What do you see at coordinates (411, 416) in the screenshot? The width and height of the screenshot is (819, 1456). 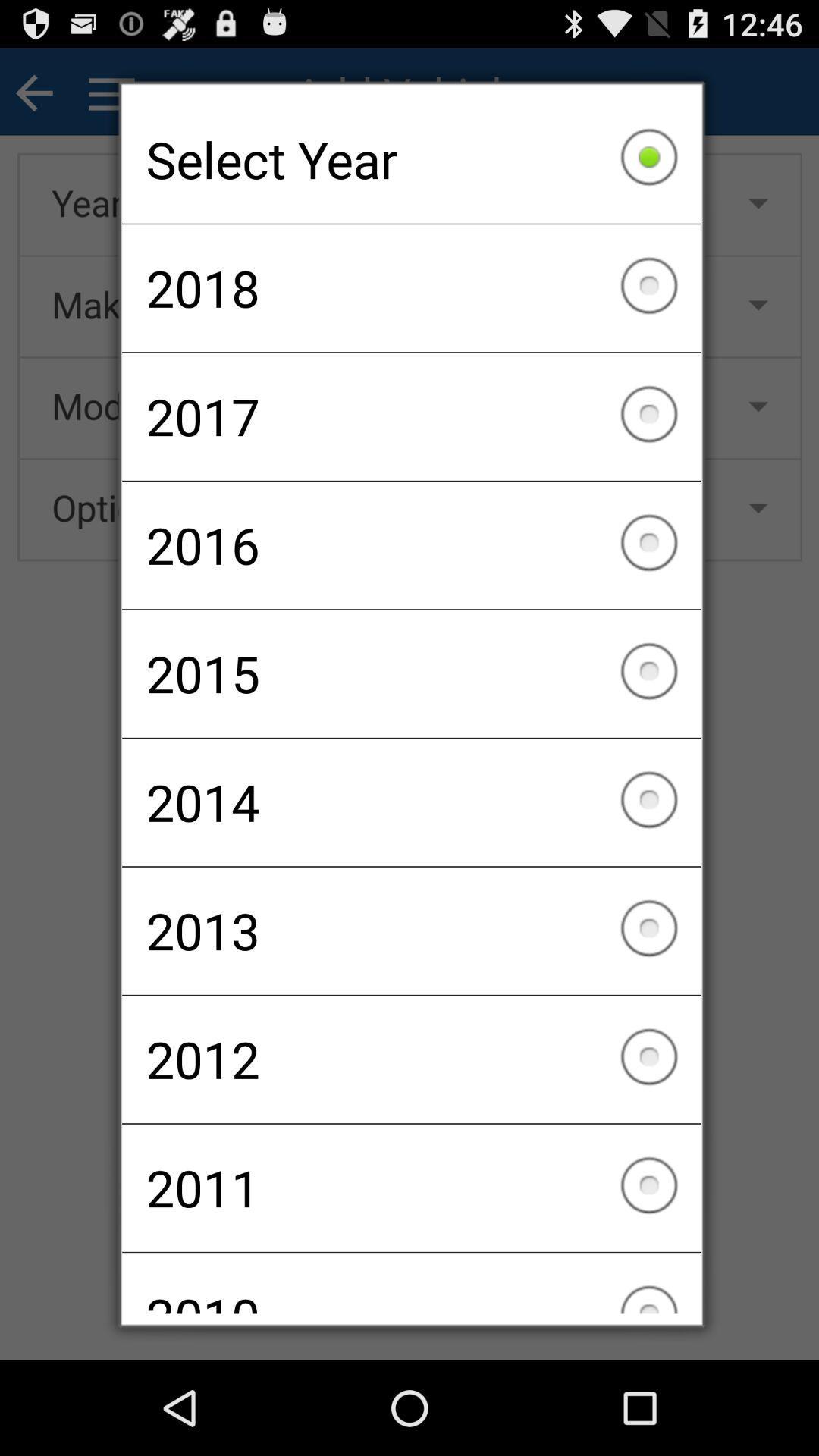 I see `2017 checkbox` at bounding box center [411, 416].